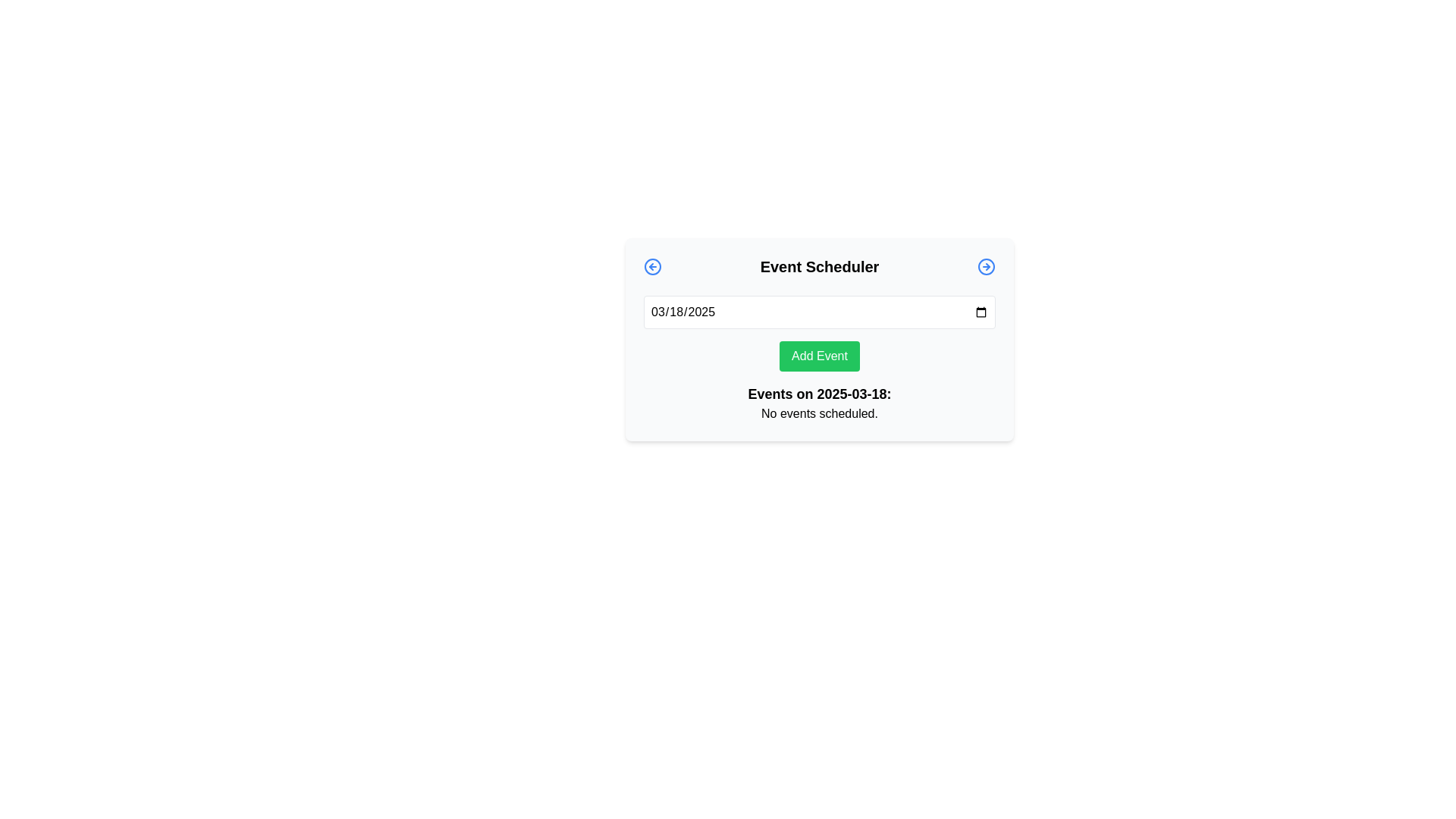  What do you see at coordinates (818, 414) in the screenshot?
I see `the static text that informs users there are no scheduled events for the selected date, located below the label 'Events on 2025-03-18:' in the event scheduler interface` at bounding box center [818, 414].